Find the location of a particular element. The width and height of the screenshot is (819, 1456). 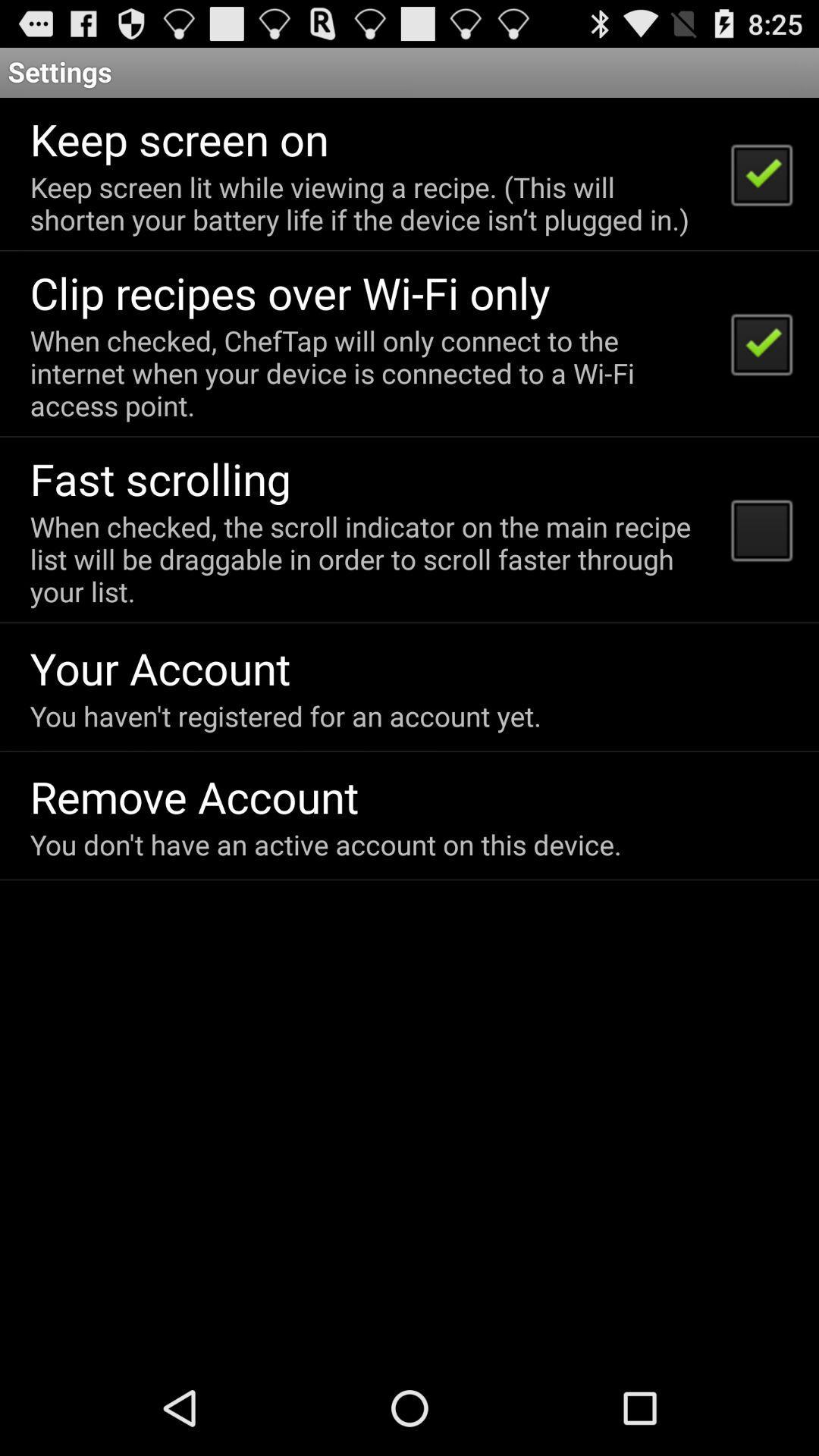

app below the you haven t app is located at coordinates (193, 795).